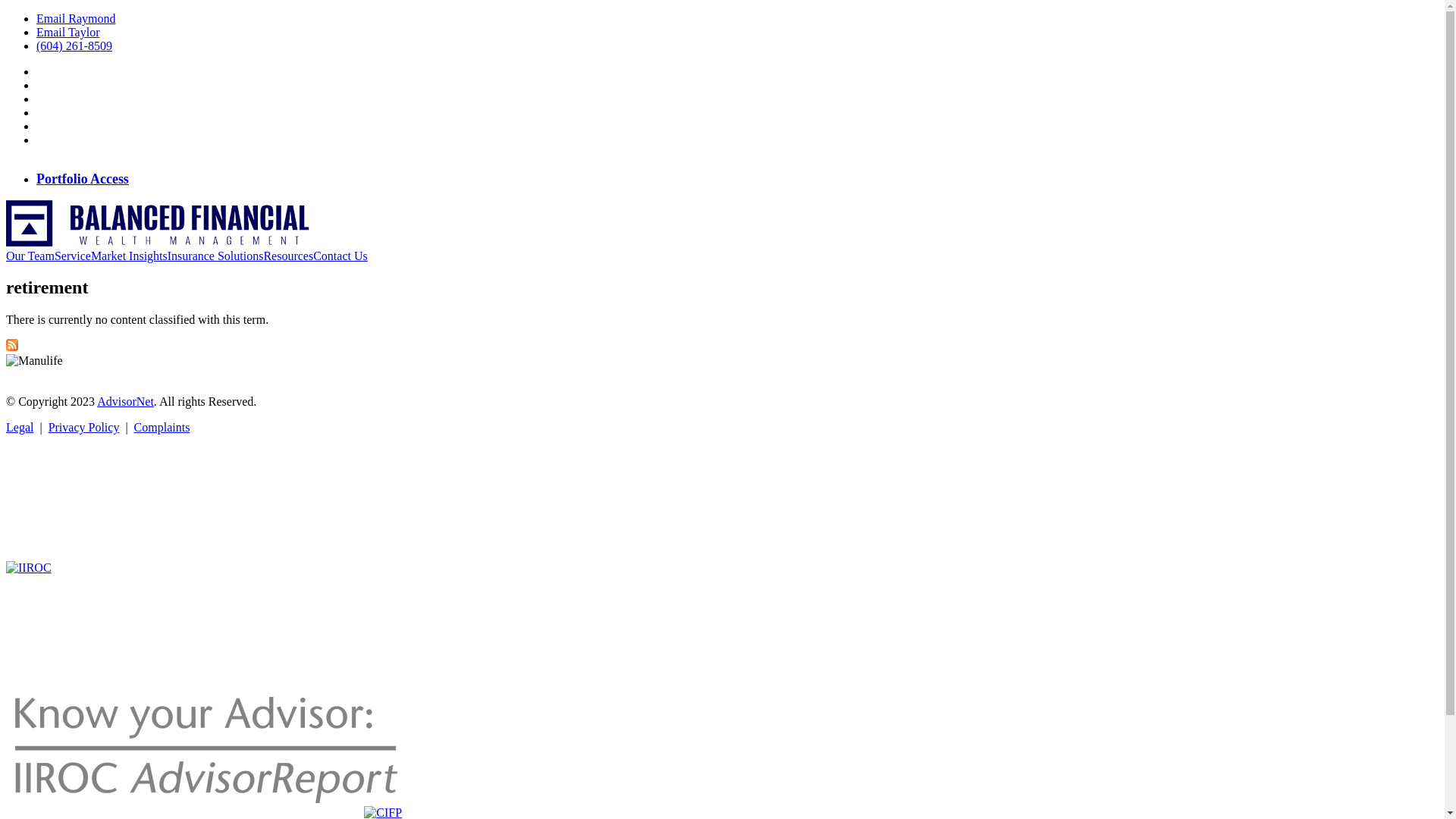 The image size is (1456, 819). Describe the element at coordinates (75, 18) in the screenshot. I see `'Email Raymond'` at that location.